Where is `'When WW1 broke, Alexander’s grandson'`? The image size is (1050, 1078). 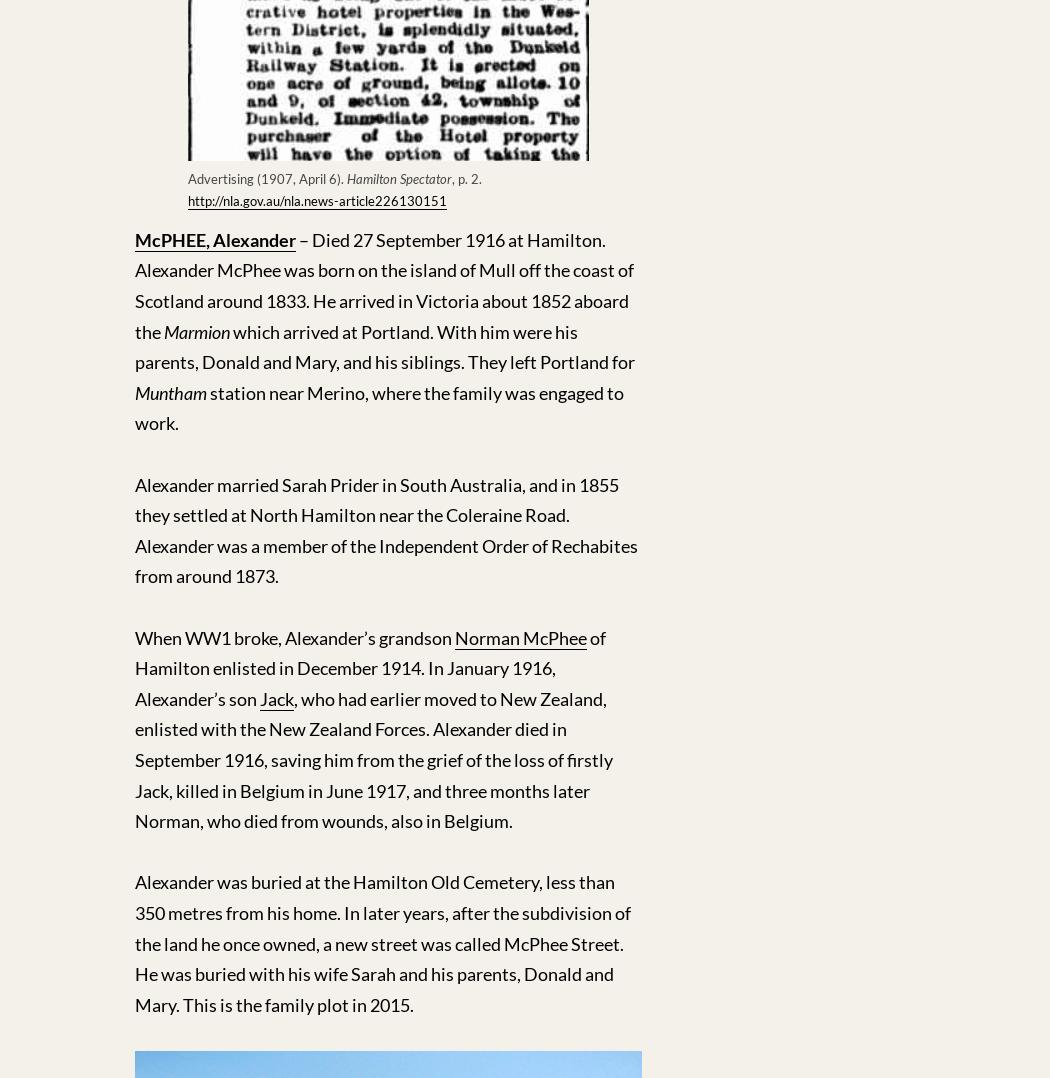
'When WW1 broke, Alexander’s grandson' is located at coordinates (294, 635).